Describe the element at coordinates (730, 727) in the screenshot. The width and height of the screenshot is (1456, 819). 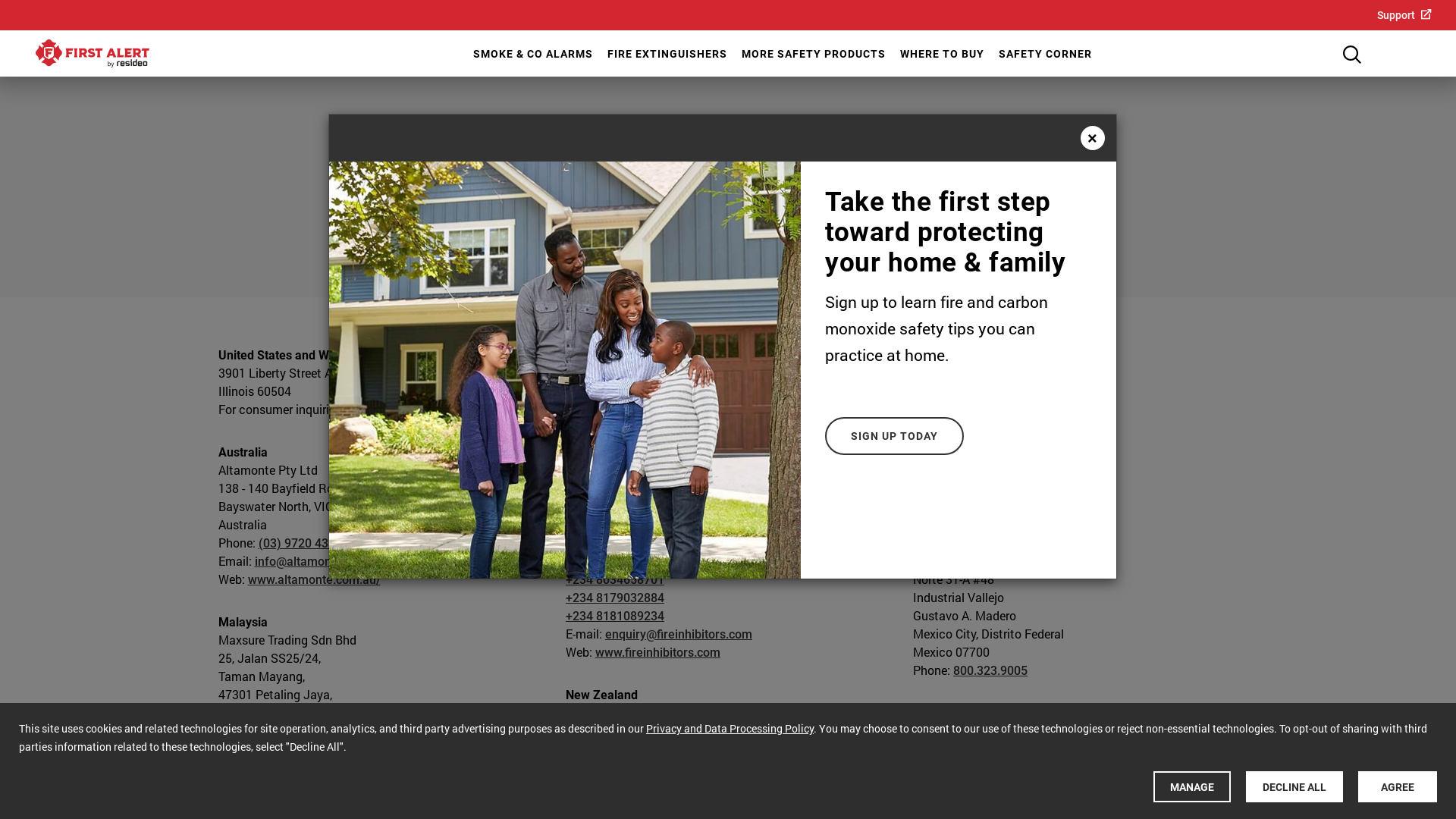
I see `'Privacy and Data Processing Policy'` at that location.